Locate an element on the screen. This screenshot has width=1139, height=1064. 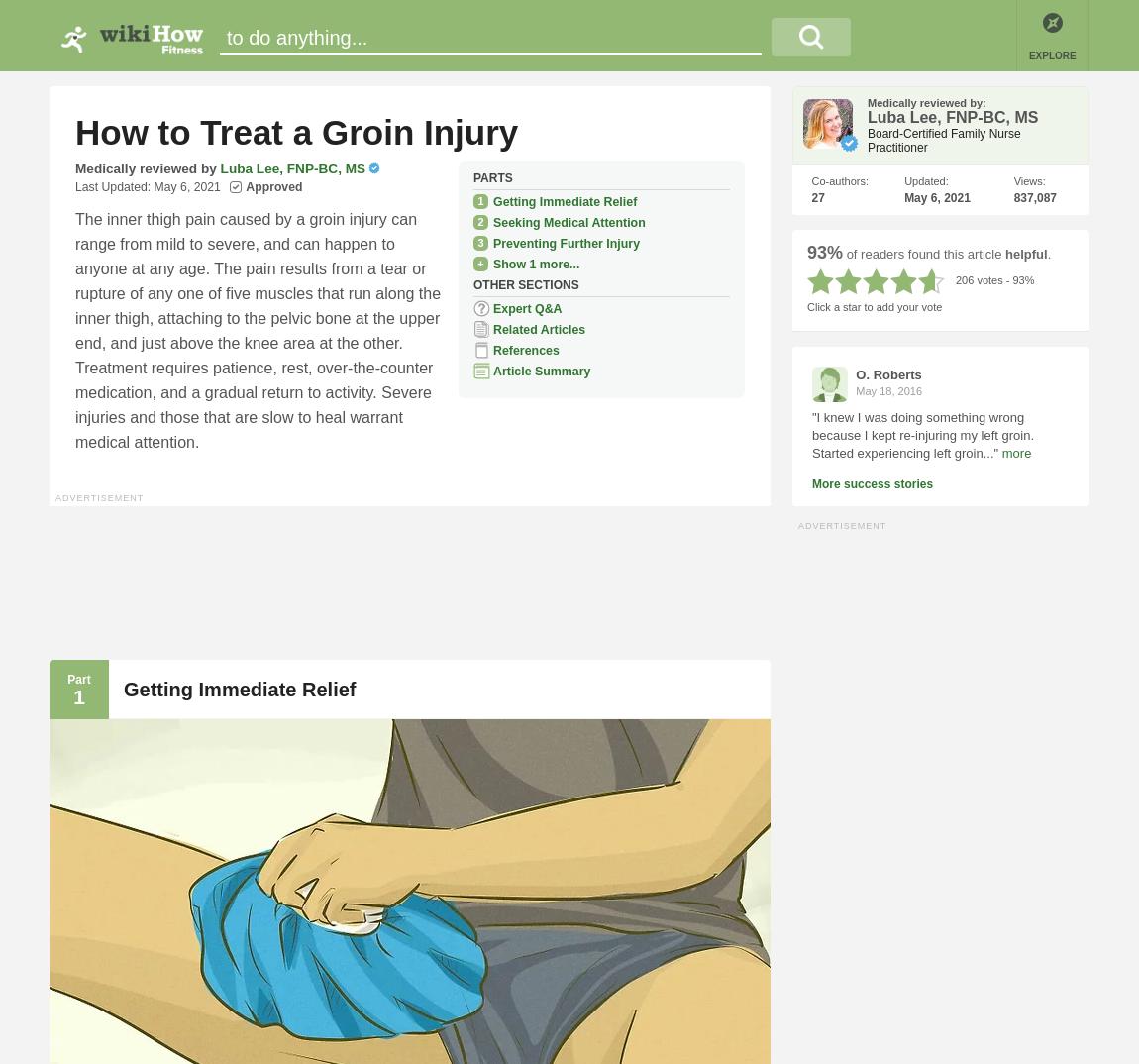
'2' is located at coordinates (479, 219).